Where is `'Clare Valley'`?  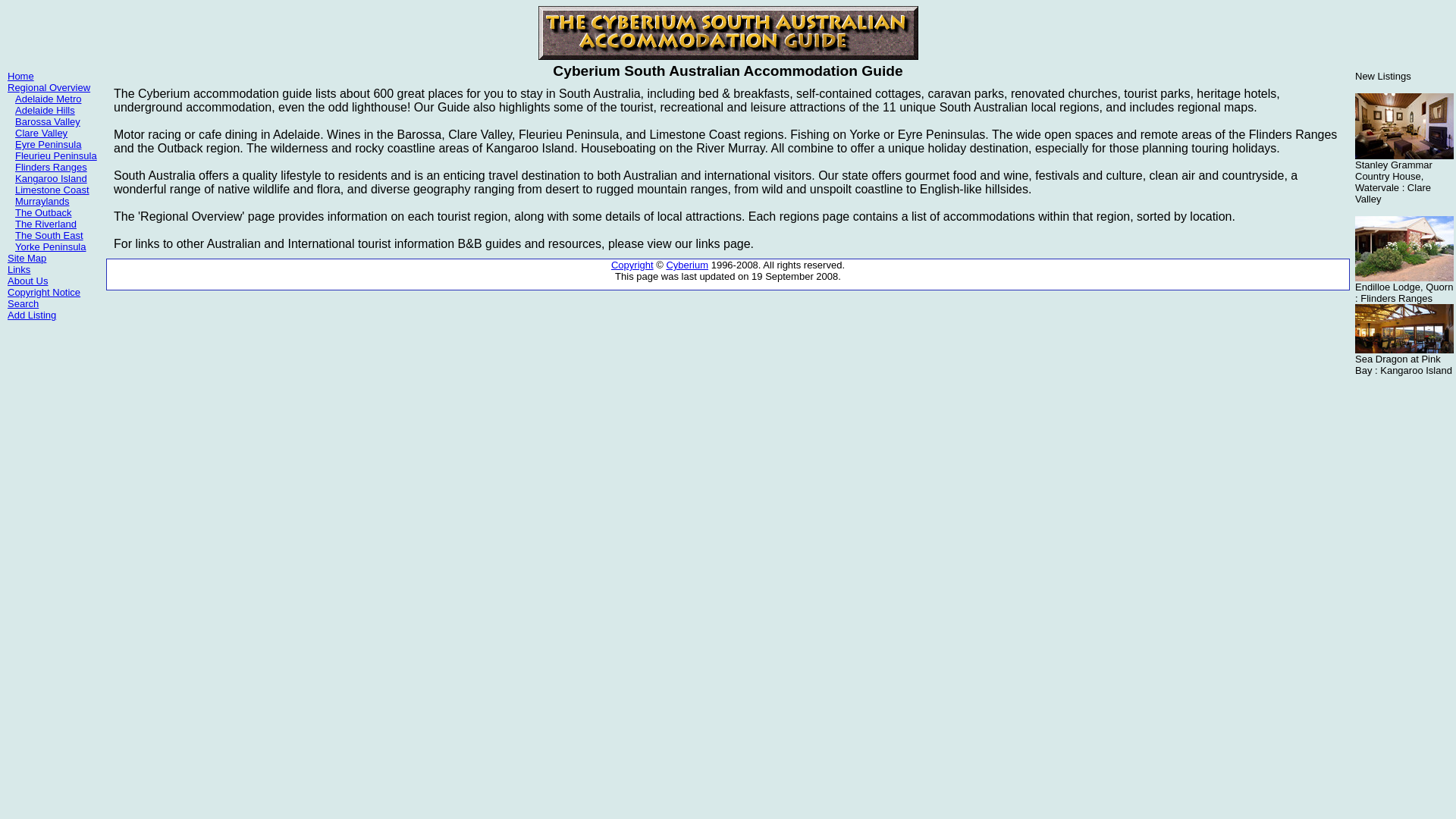 'Clare Valley' is located at coordinates (41, 132).